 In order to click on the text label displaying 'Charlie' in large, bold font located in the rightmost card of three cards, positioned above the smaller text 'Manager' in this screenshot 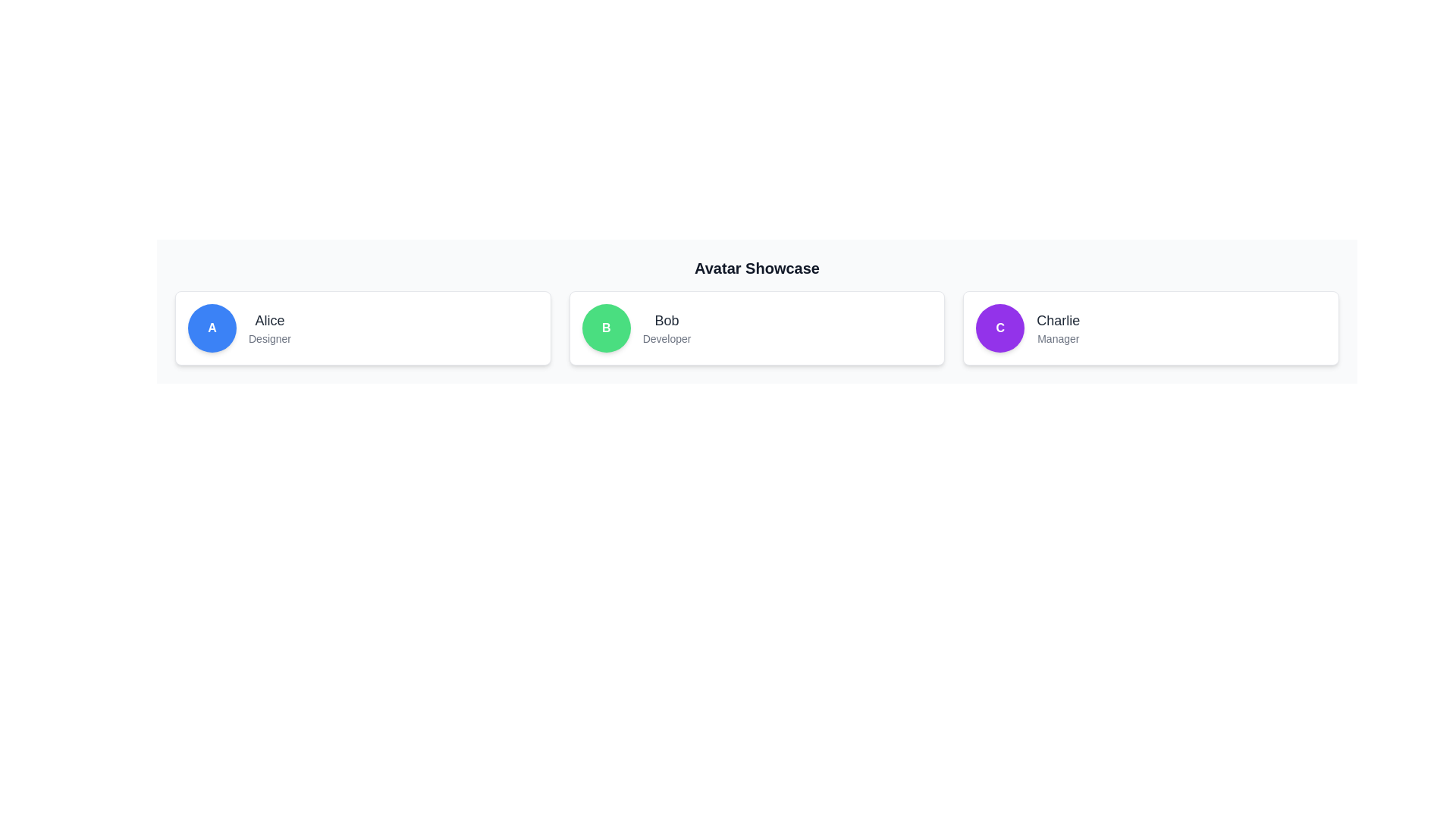, I will do `click(1057, 320)`.